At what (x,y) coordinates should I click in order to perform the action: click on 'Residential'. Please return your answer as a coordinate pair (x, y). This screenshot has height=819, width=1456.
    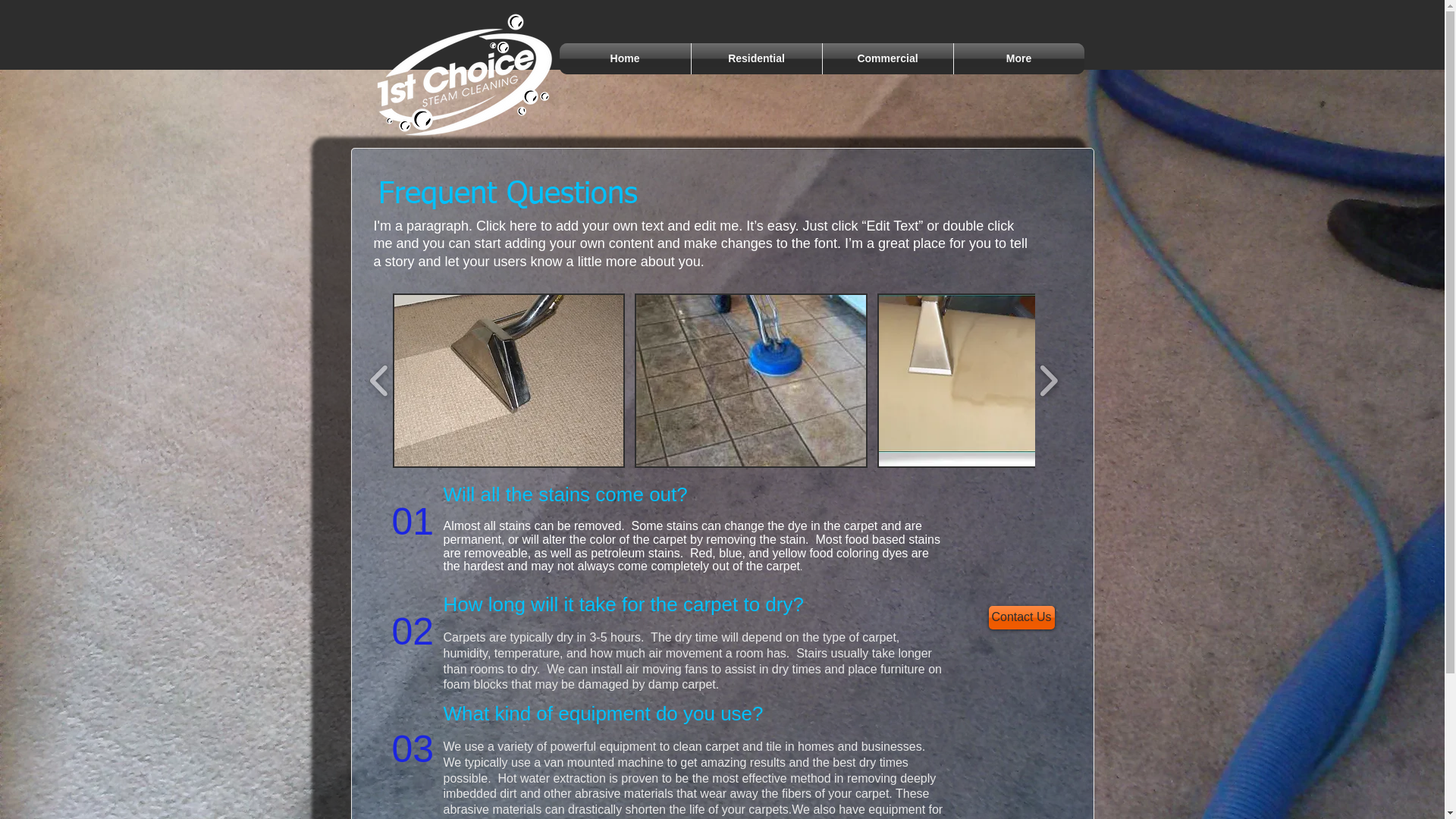
    Looking at the image, I should click on (757, 58).